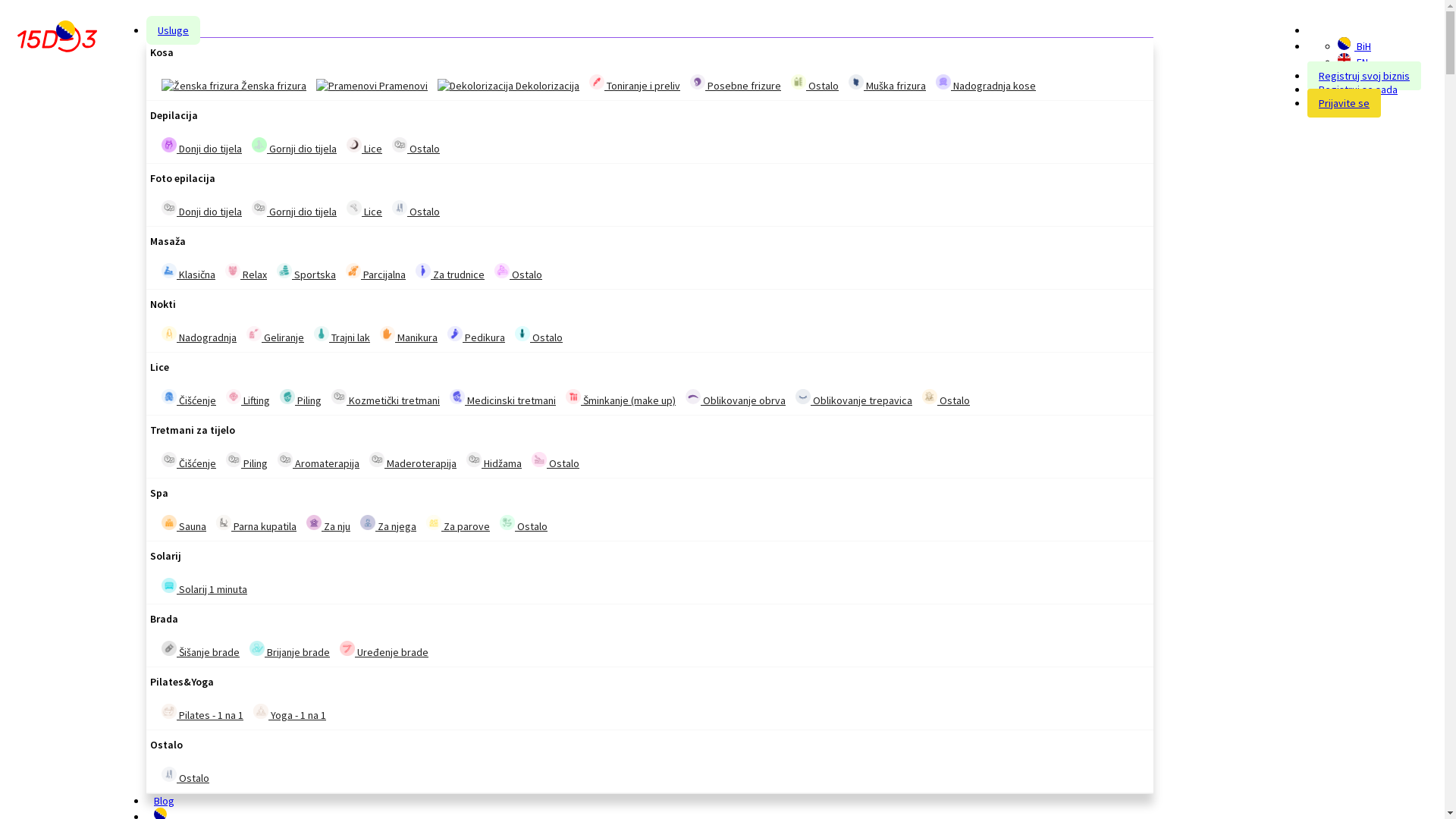  I want to click on 'Trajni lak', so click(341, 334).